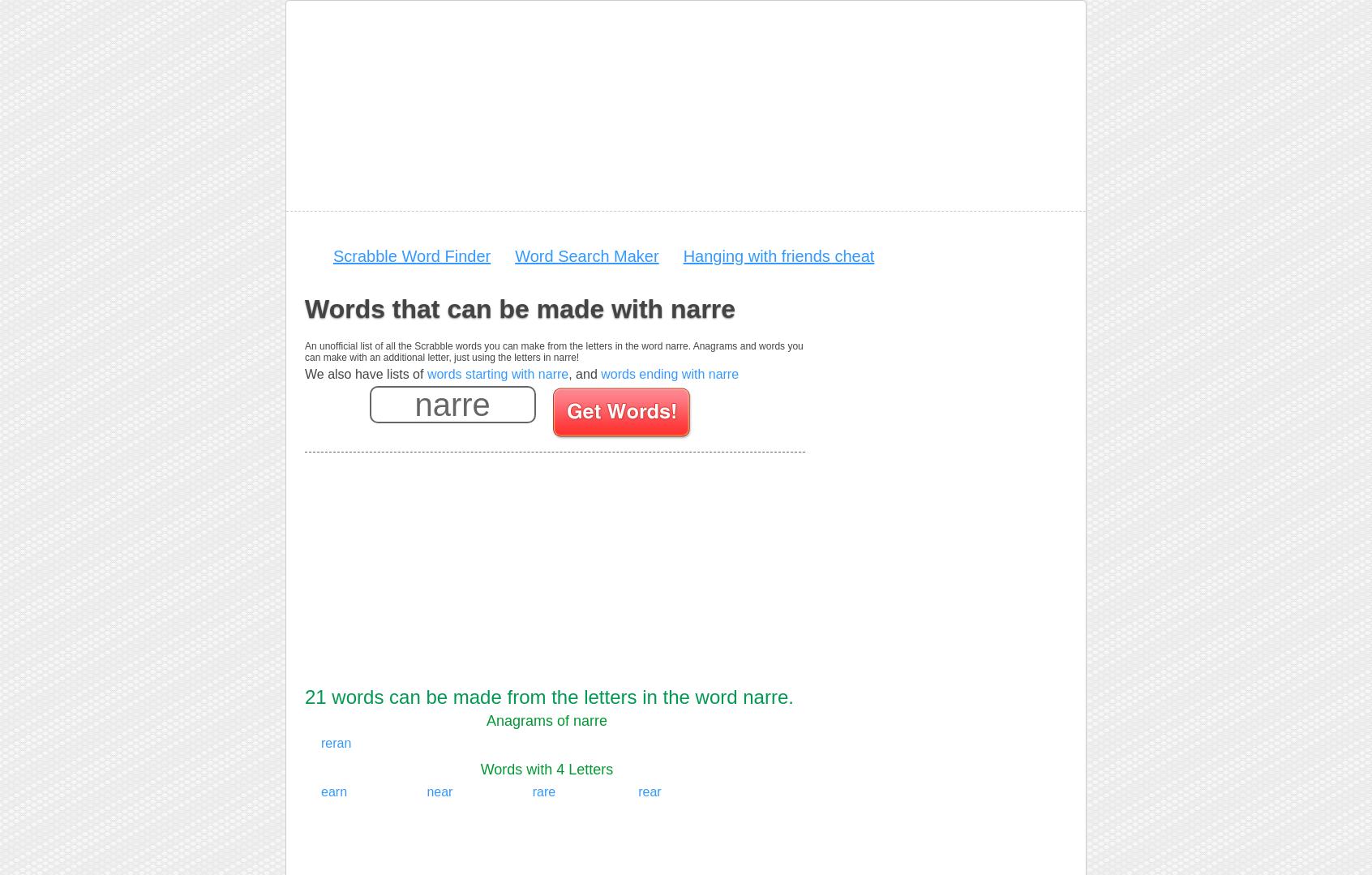 The width and height of the screenshot is (1372, 875). What do you see at coordinates (479, 769) in the screenshot?
I see `'Words with 4 Letters'` at bounding box center [479, 769].